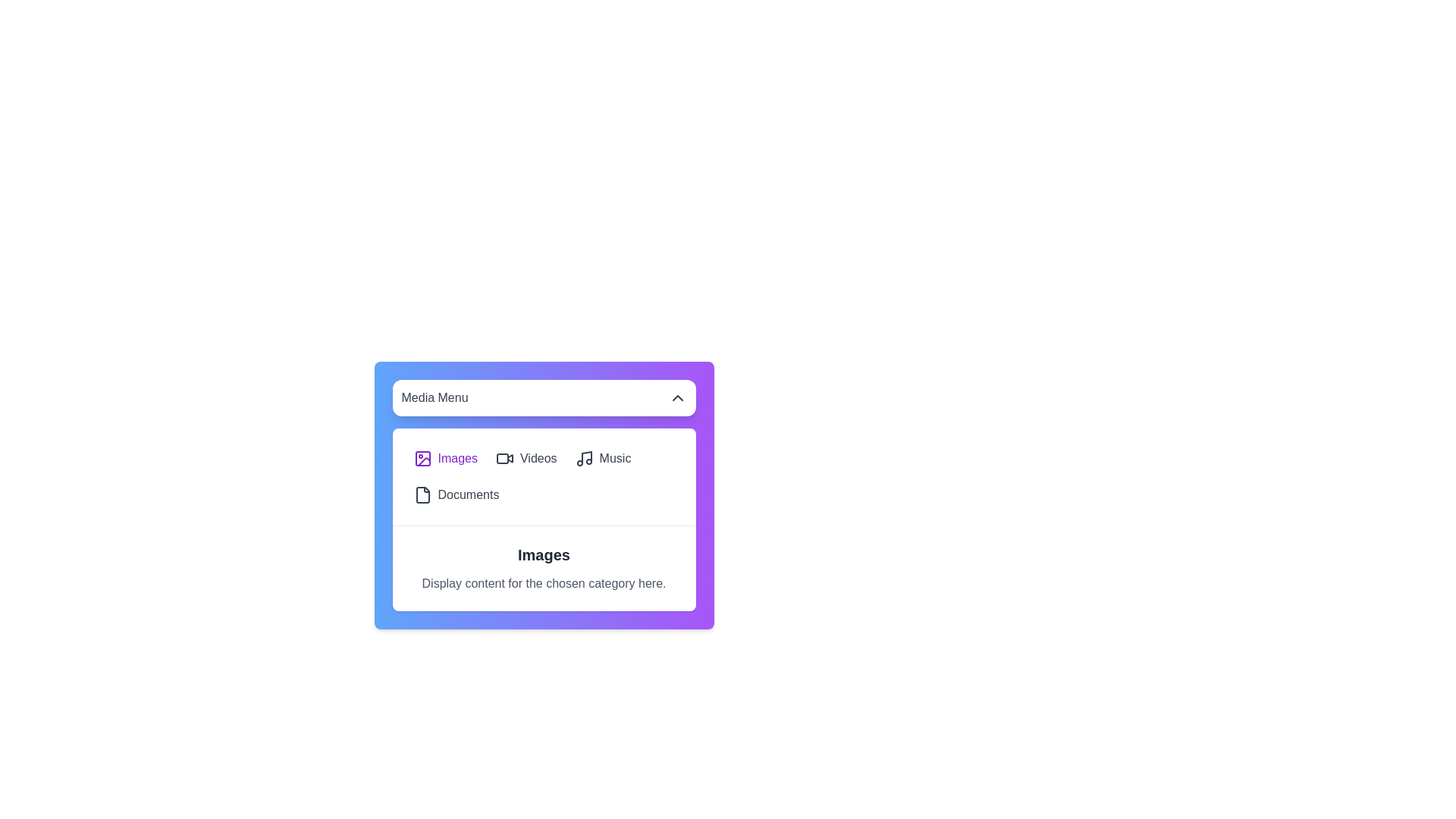 The image size is (1456, 819). What do you see at coordinates (544, 475) in the screenshot?
I see `the icons in the Tab Navigation Bar` at bounding box center [544, 475].